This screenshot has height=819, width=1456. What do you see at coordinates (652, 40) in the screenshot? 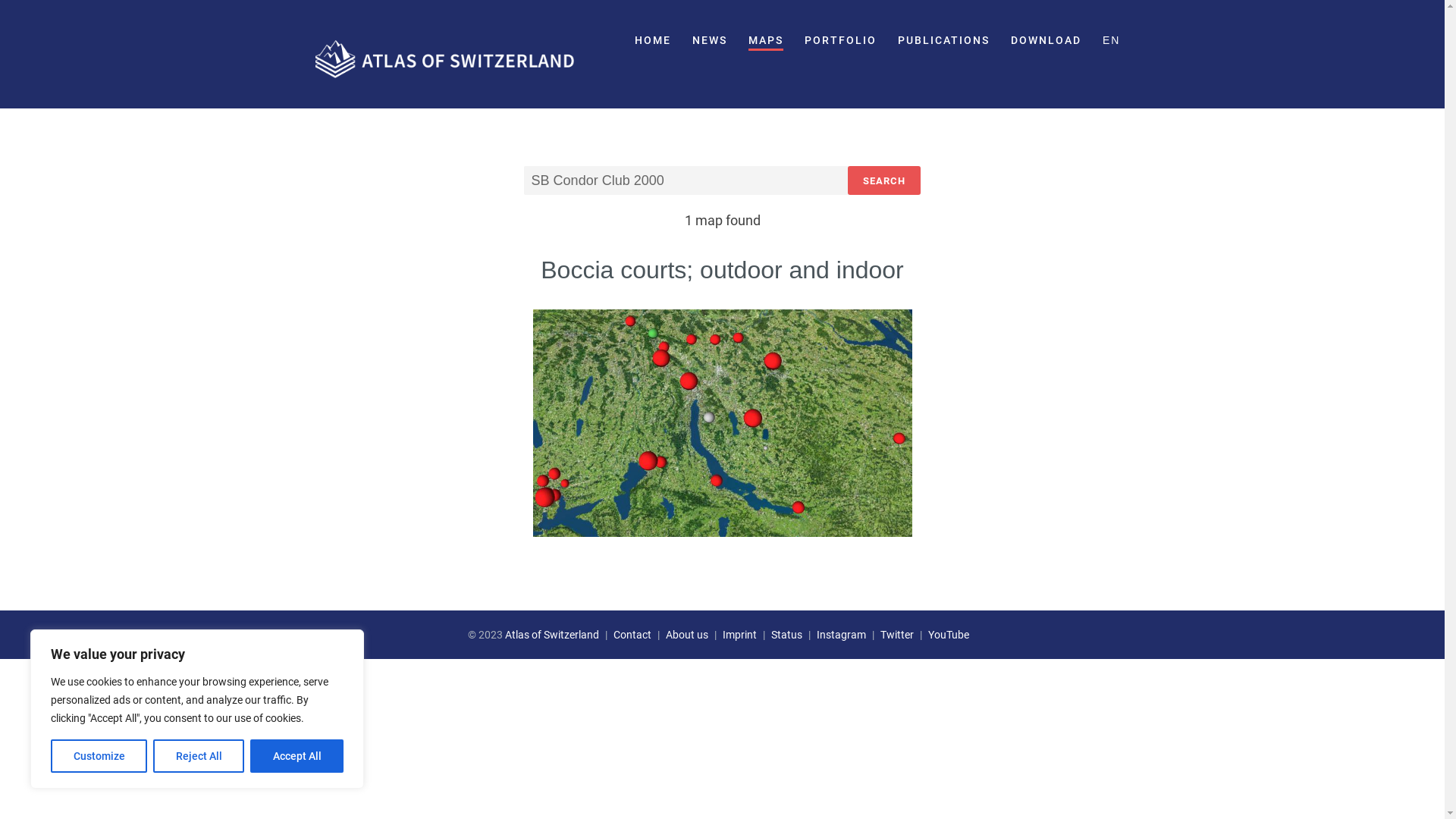
I see `'HOME'` at bounding box center [652, 40].